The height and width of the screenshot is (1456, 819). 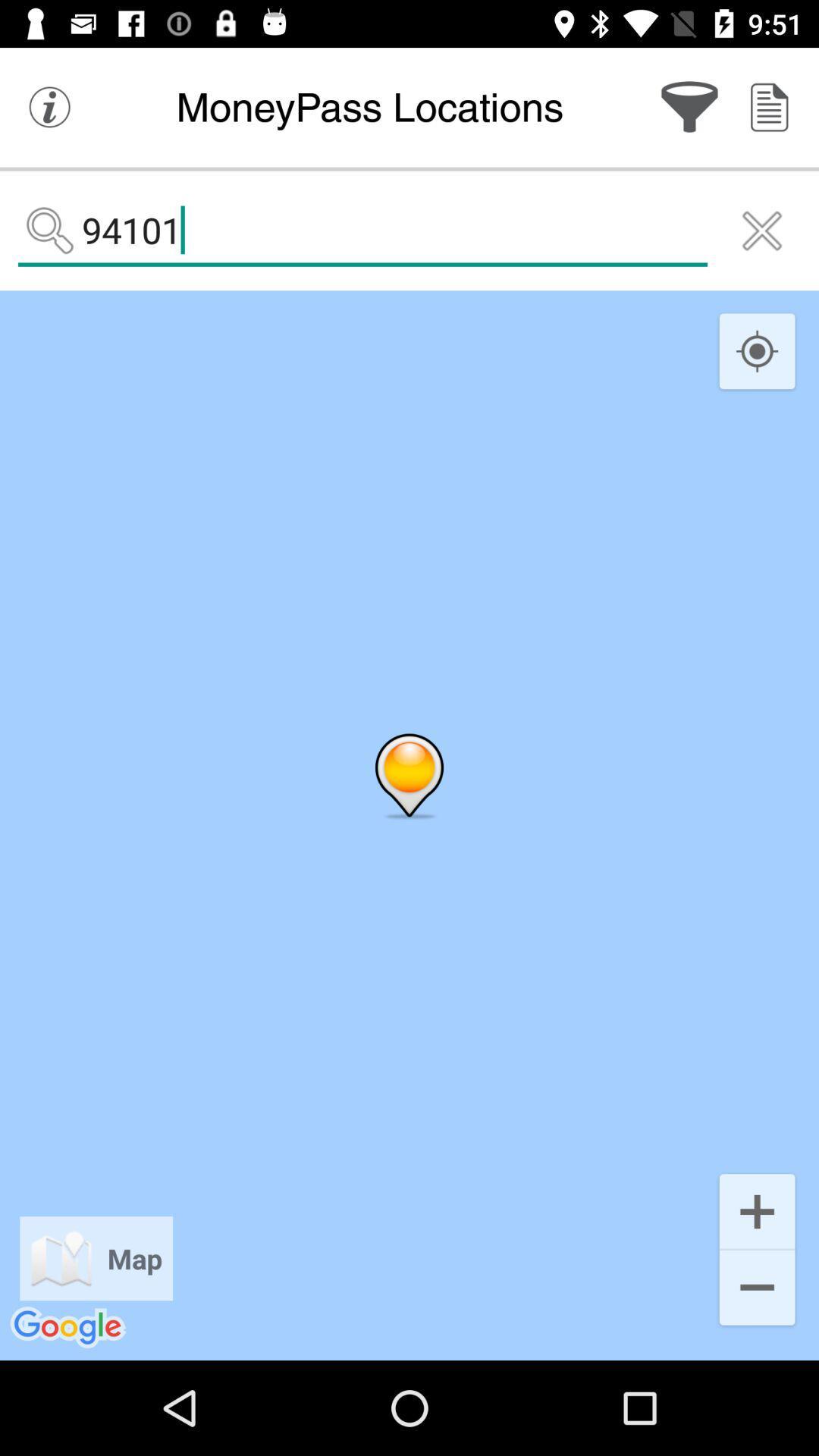 What do you see at coordinates (689, 106) in the screenshot?
I see `the filter icon` at bounding box center [689, 106].